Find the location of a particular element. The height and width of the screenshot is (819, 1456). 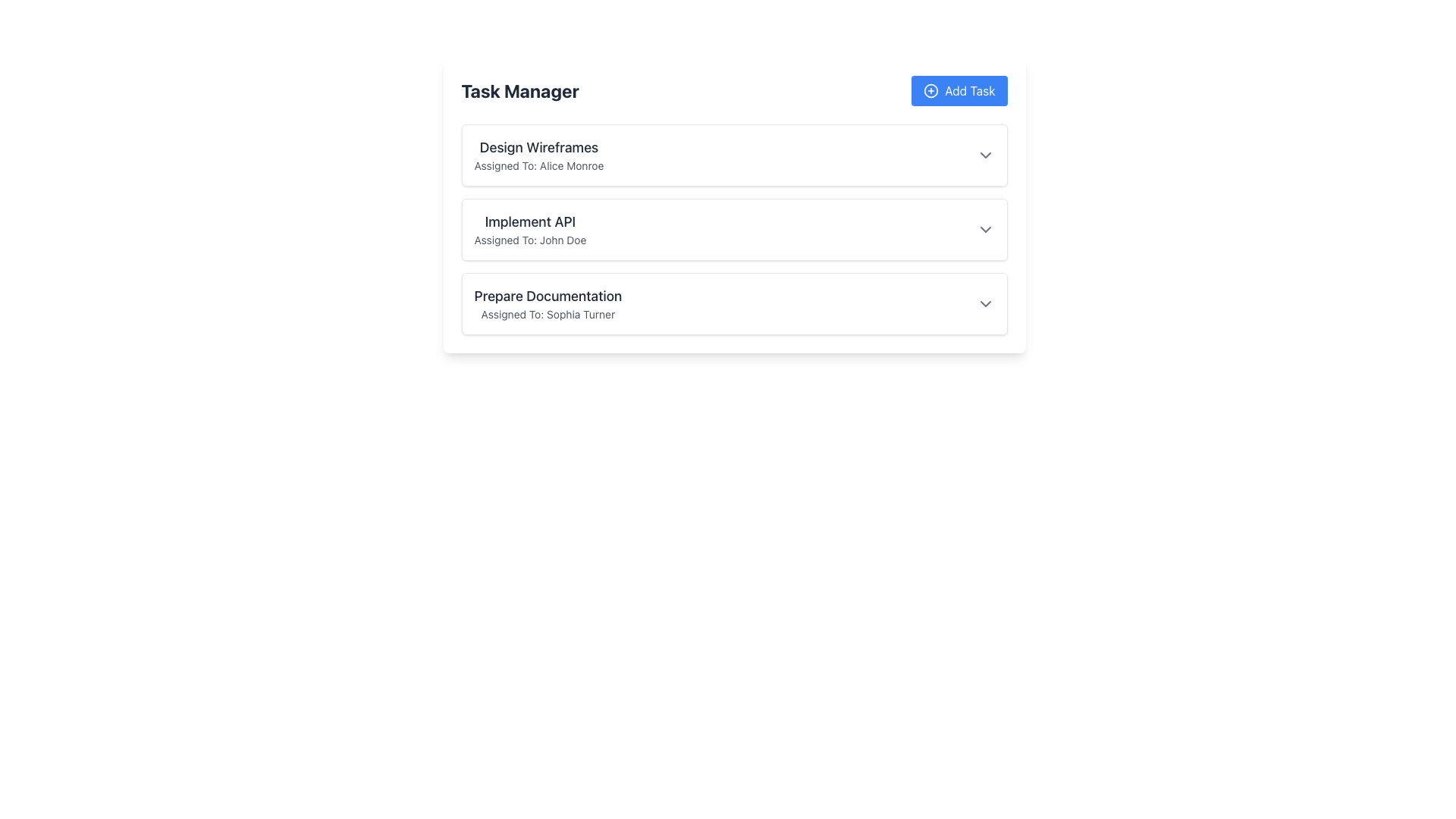

the second task card element in the vertically stacked list that displays task details, positioned between 'Design Wireframes' and 'Prepare Documentation' is located at coordinates (734, 230).